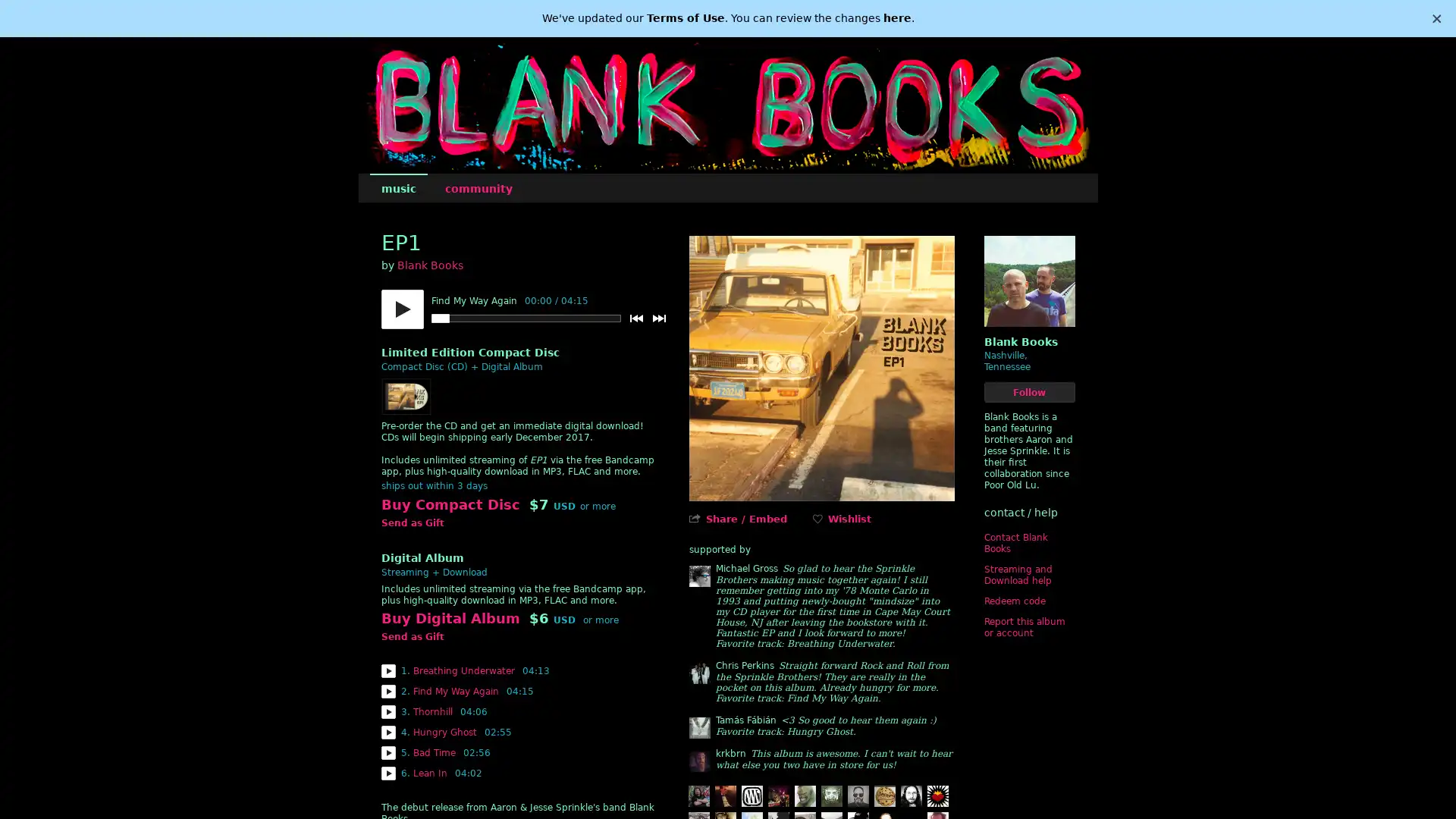 This screenshot has width=1456, height=819. Describe the element at coordinates (388, 773) in the screenshot. I see `Play Lean In` at that location.